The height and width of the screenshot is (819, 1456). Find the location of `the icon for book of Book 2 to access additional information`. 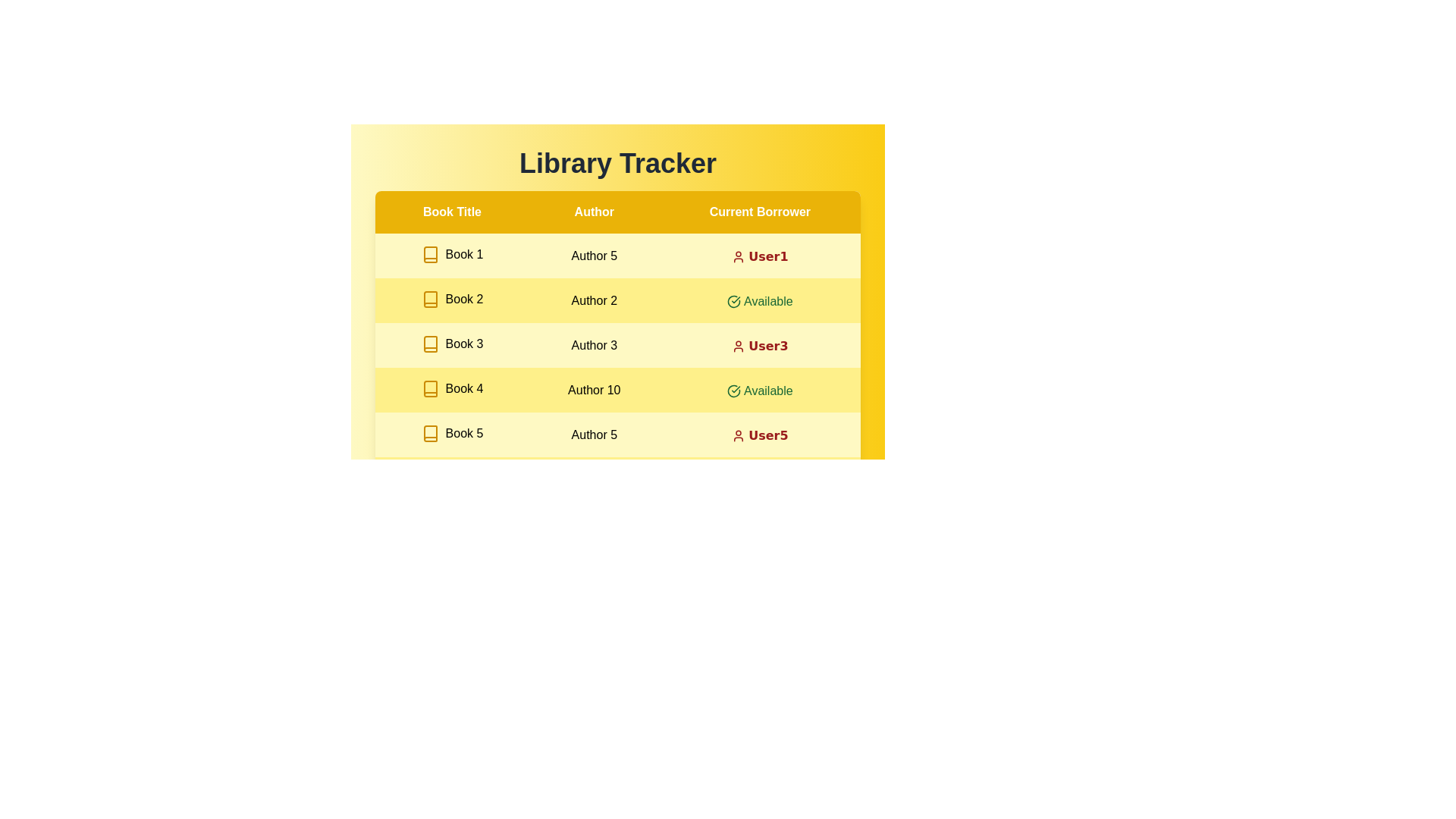

the icon for book of Book 2 to access additional information is located at coordinates (429, 299).